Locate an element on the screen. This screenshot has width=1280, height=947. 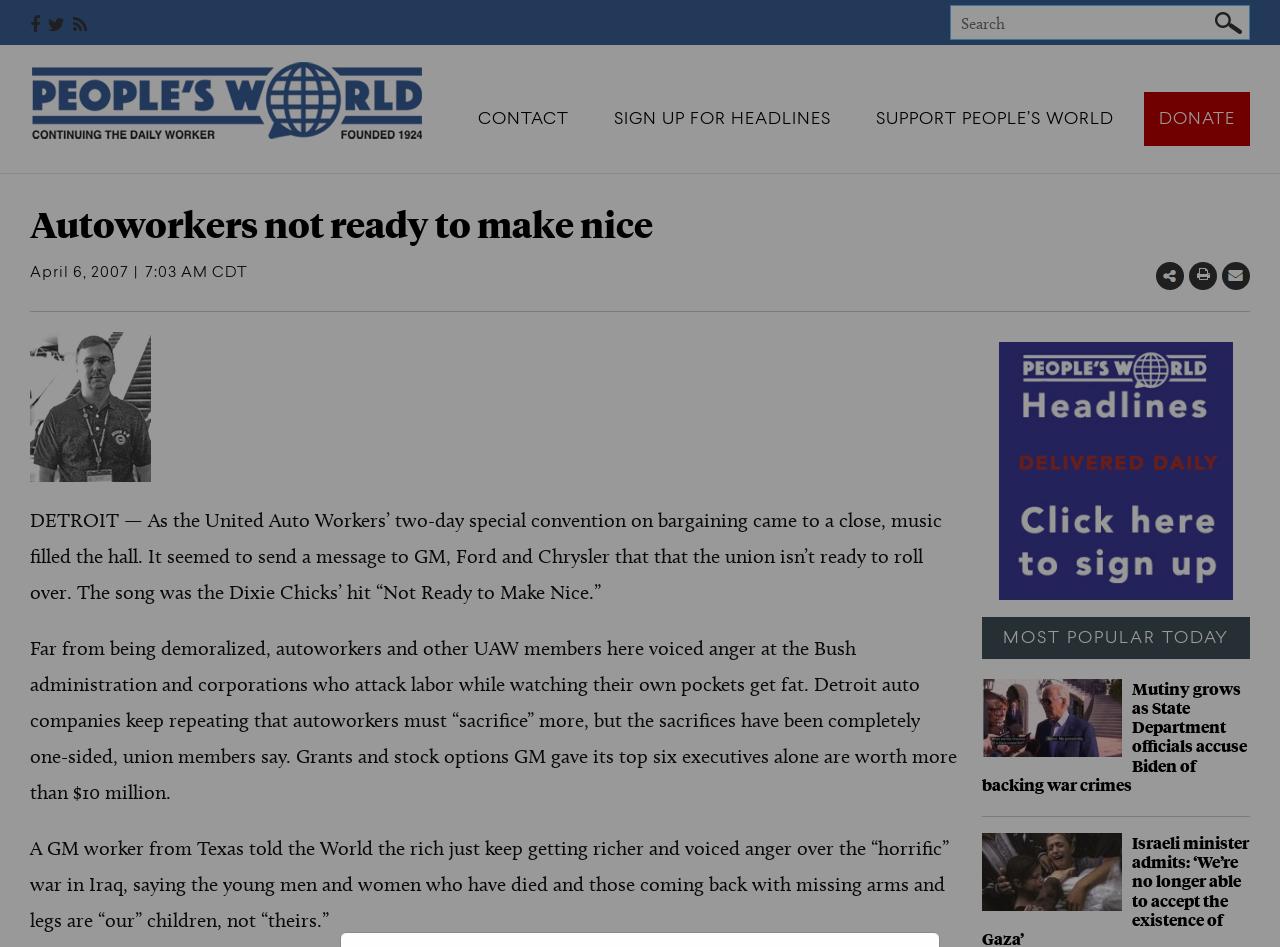
'A GM worker from Texas told the World the rich just keep getting richer and voiced anger over the “horrific” war in Iraq, saying the young men and women who have died and those coming back with missing arms and legs are “our” children, not “theirs.”' is located at coordinates (489, 883).